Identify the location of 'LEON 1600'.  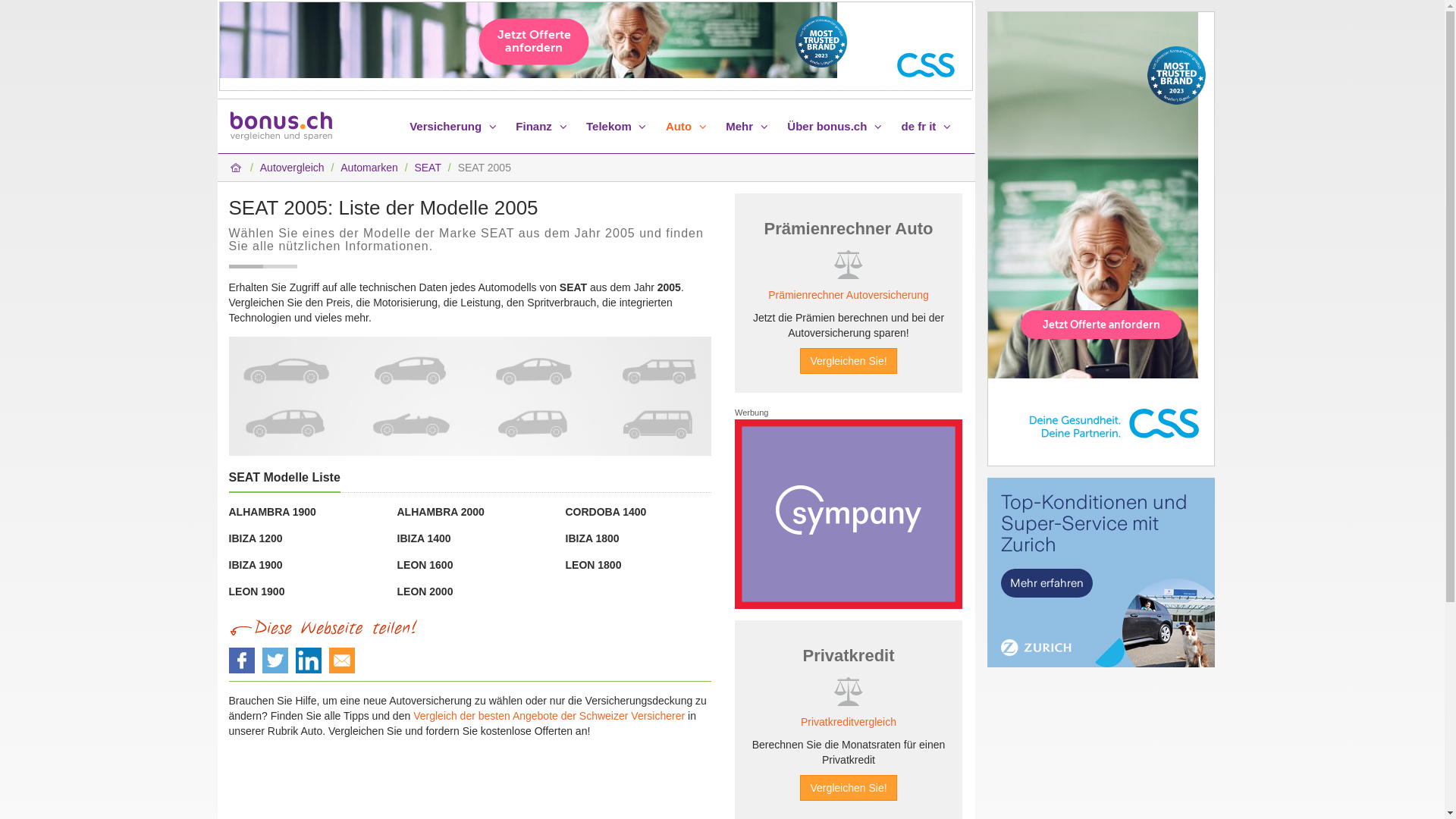
(425, 564).